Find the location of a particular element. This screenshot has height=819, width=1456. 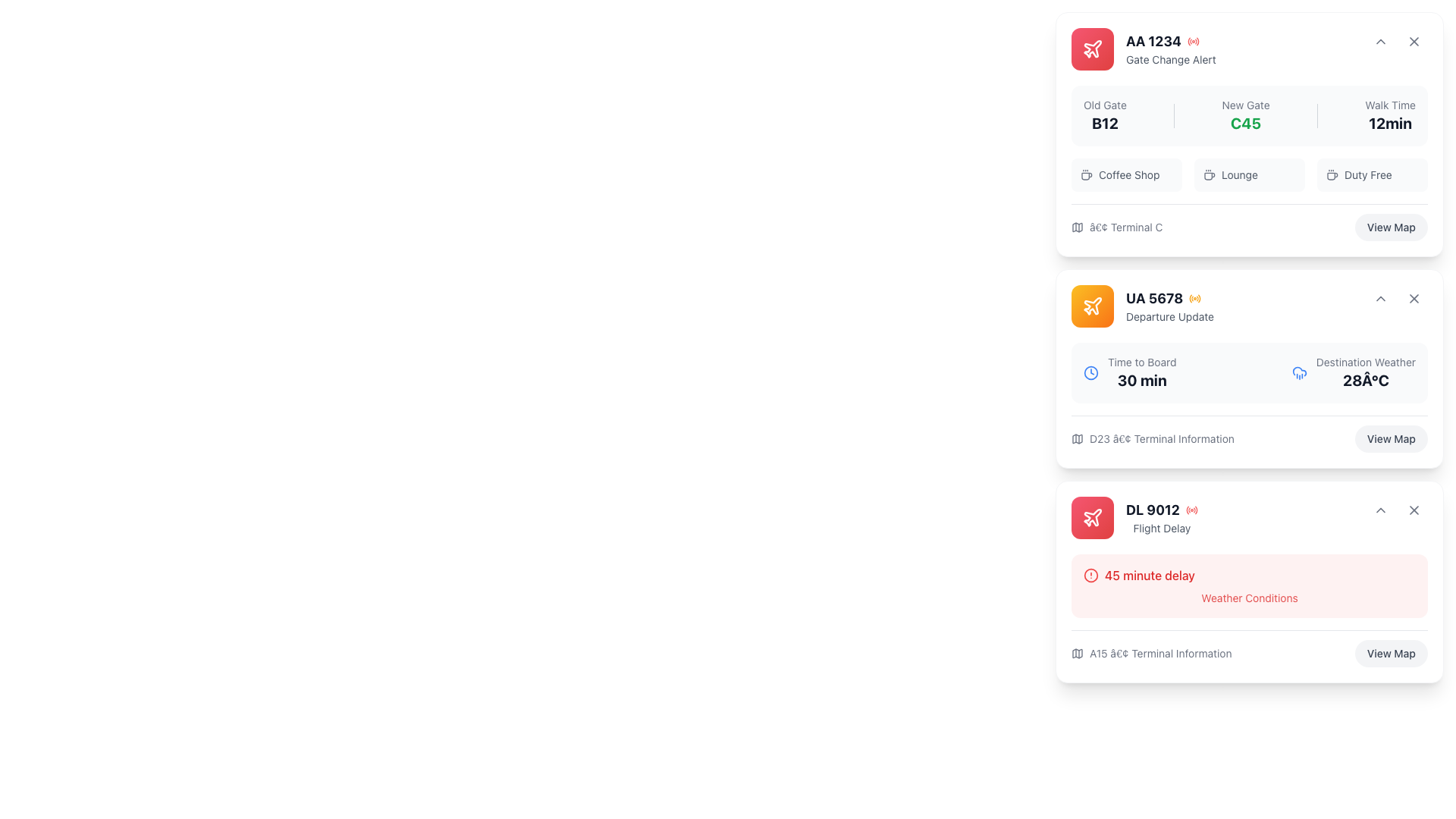

the chevron button located at the top-right corner of the notification card for flight UA 5678 is located at coordinates (1380, 298).